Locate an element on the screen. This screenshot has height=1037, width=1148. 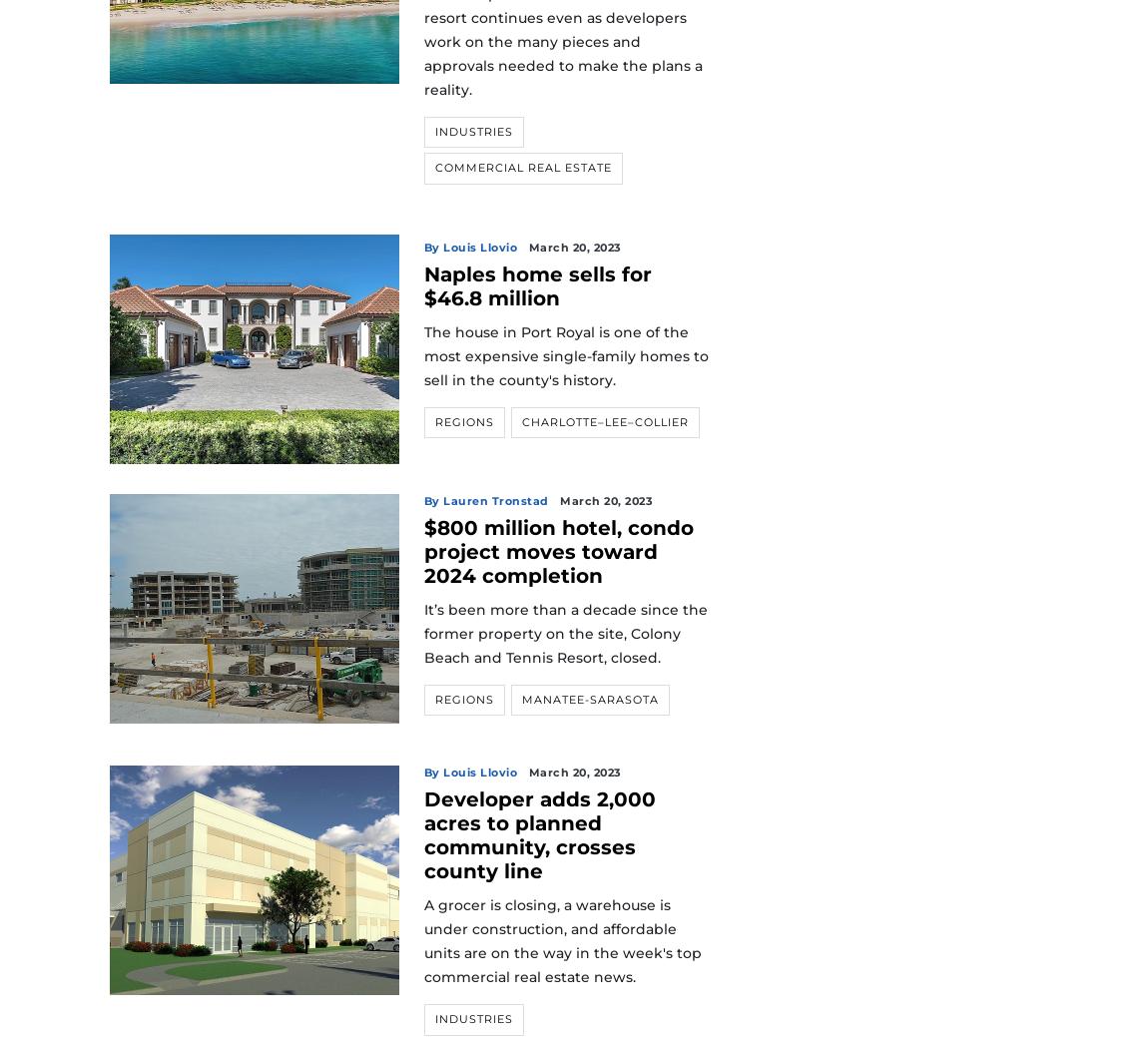
'Commercial Real Estate' is located at coordinates (522, 167).